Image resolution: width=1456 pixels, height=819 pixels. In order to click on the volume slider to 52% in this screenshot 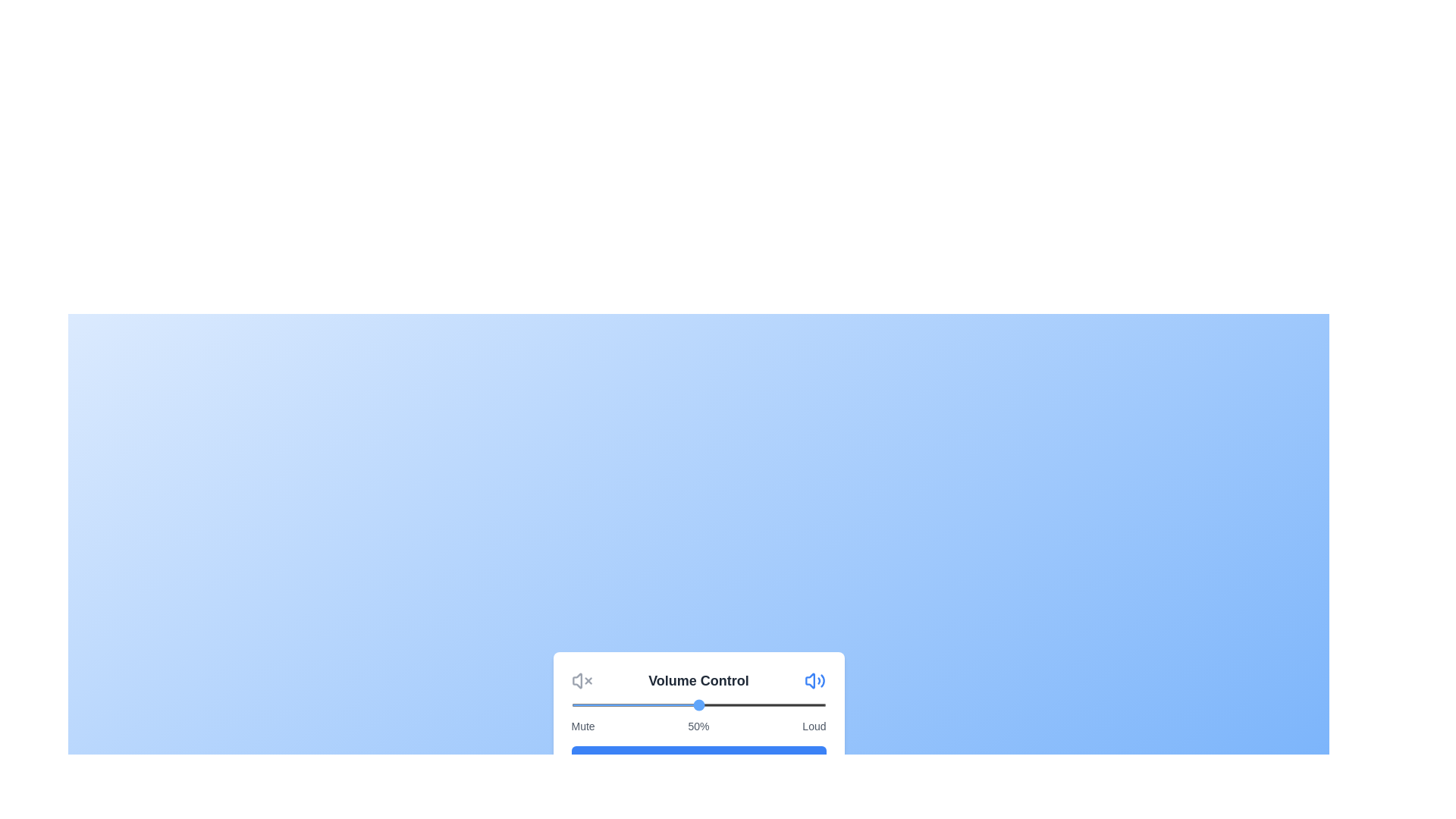, I will do `click(703, 704)`.